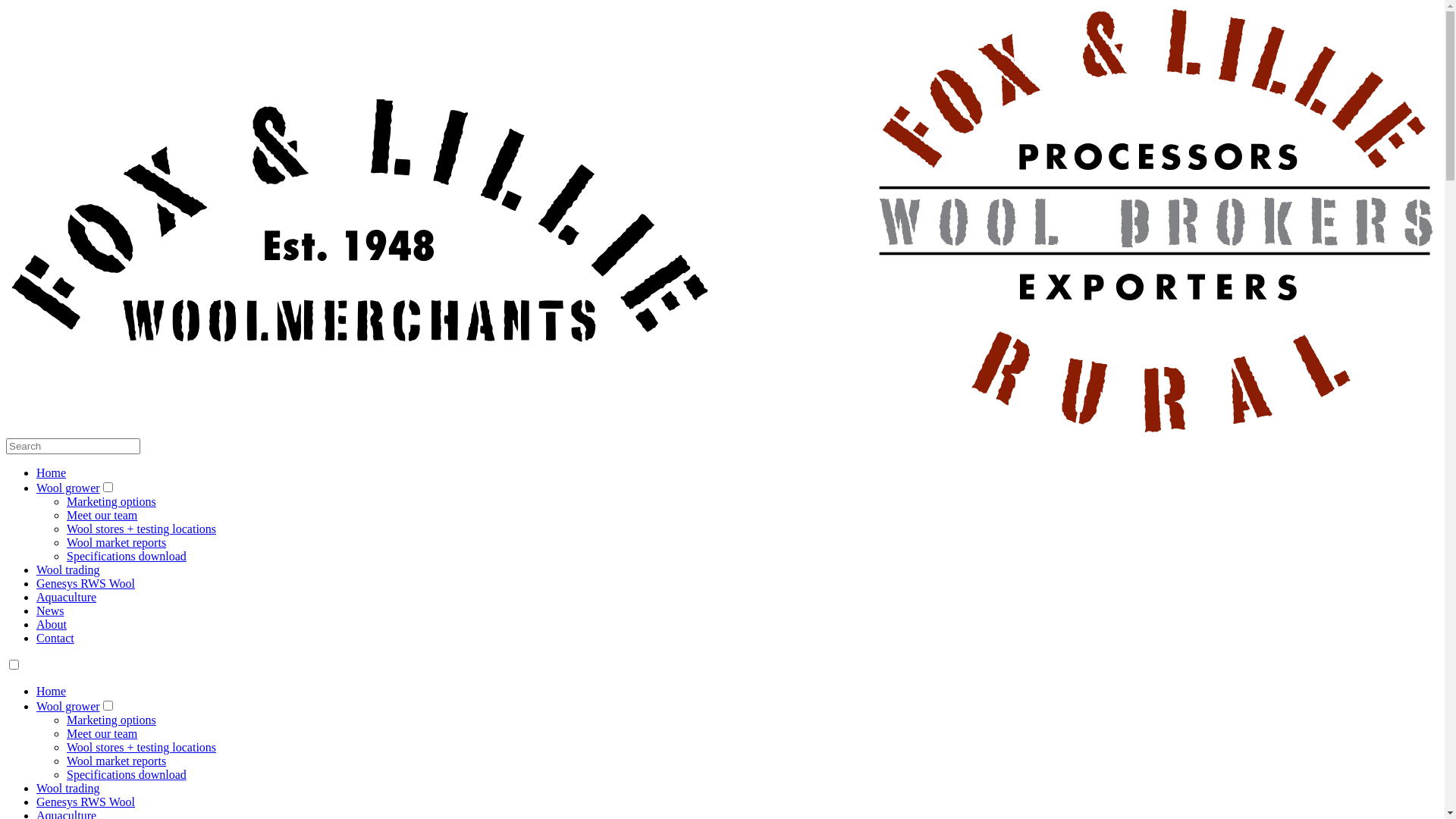  Describe the element at coordinates (141, 746) in the screenshot. I see `'Wool stores + testing locations'` at that location.